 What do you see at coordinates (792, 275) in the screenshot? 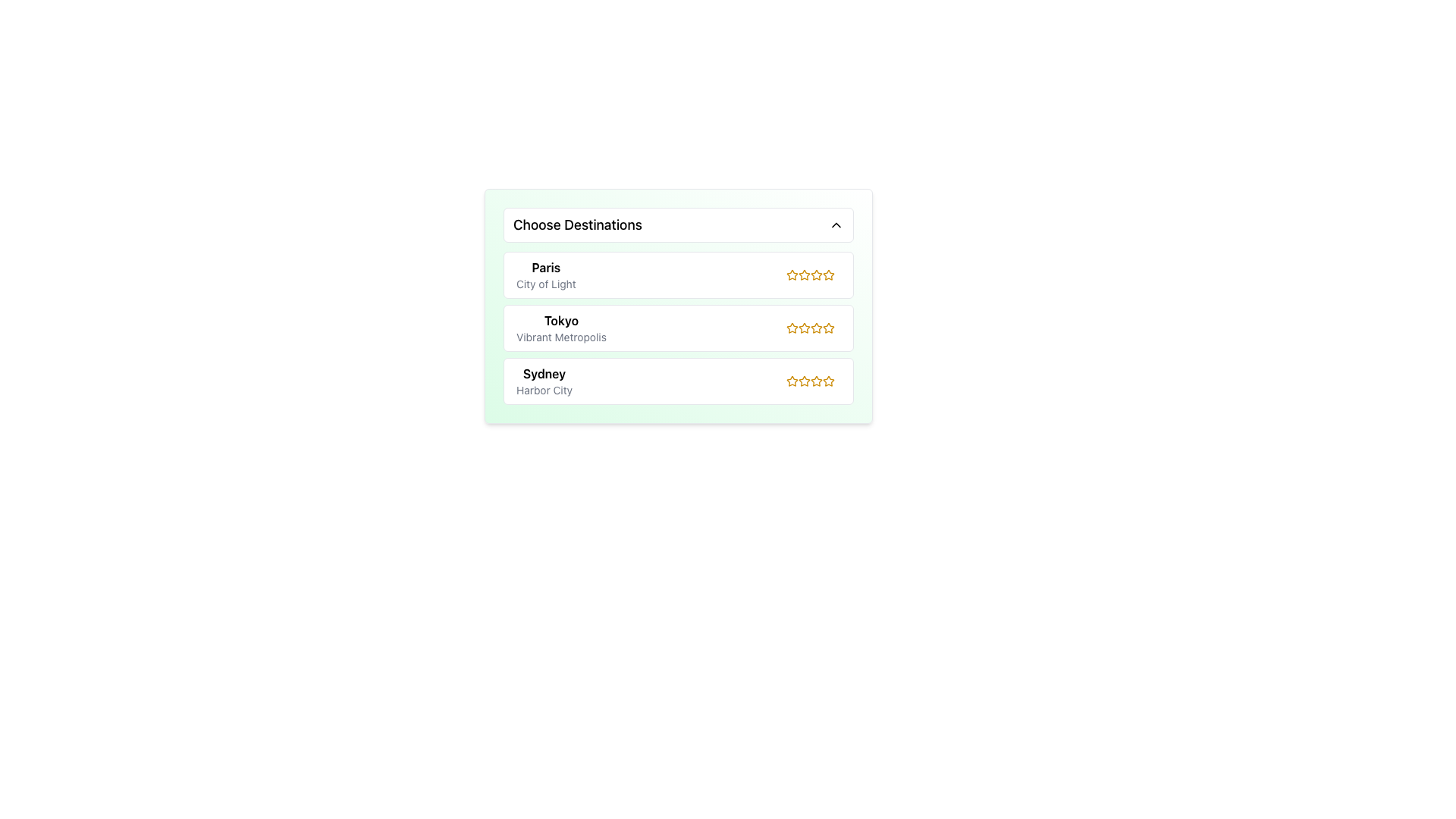
I see `the first star rating icon for the 'Paris' option to see available options` at bounding box center [792, 275].